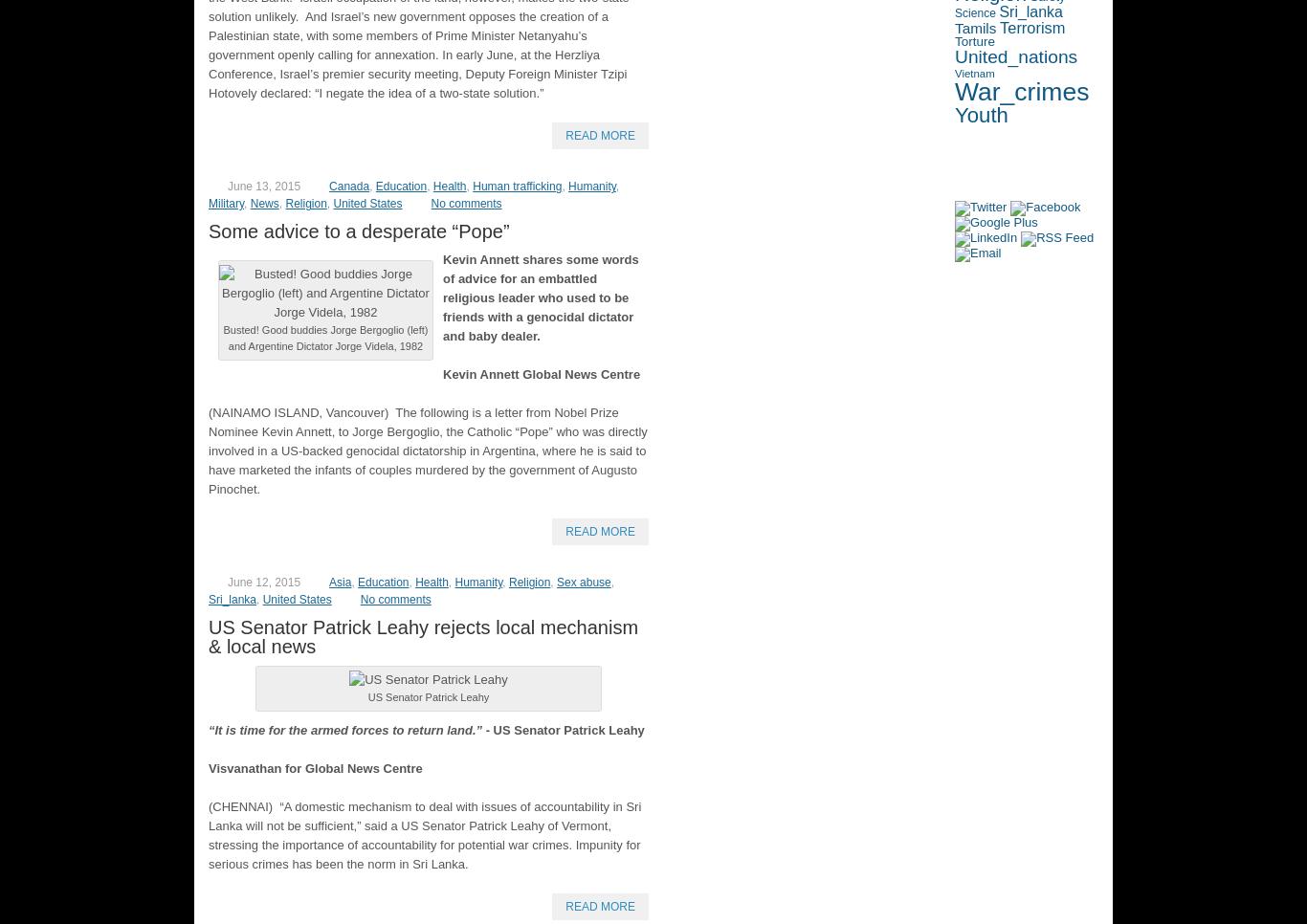 This screenshot has height=924, width=1307. Describe the element at coordinates (541, 374) in the screenshot. I see `'Kevin Annett Global News Centre'` at that location.